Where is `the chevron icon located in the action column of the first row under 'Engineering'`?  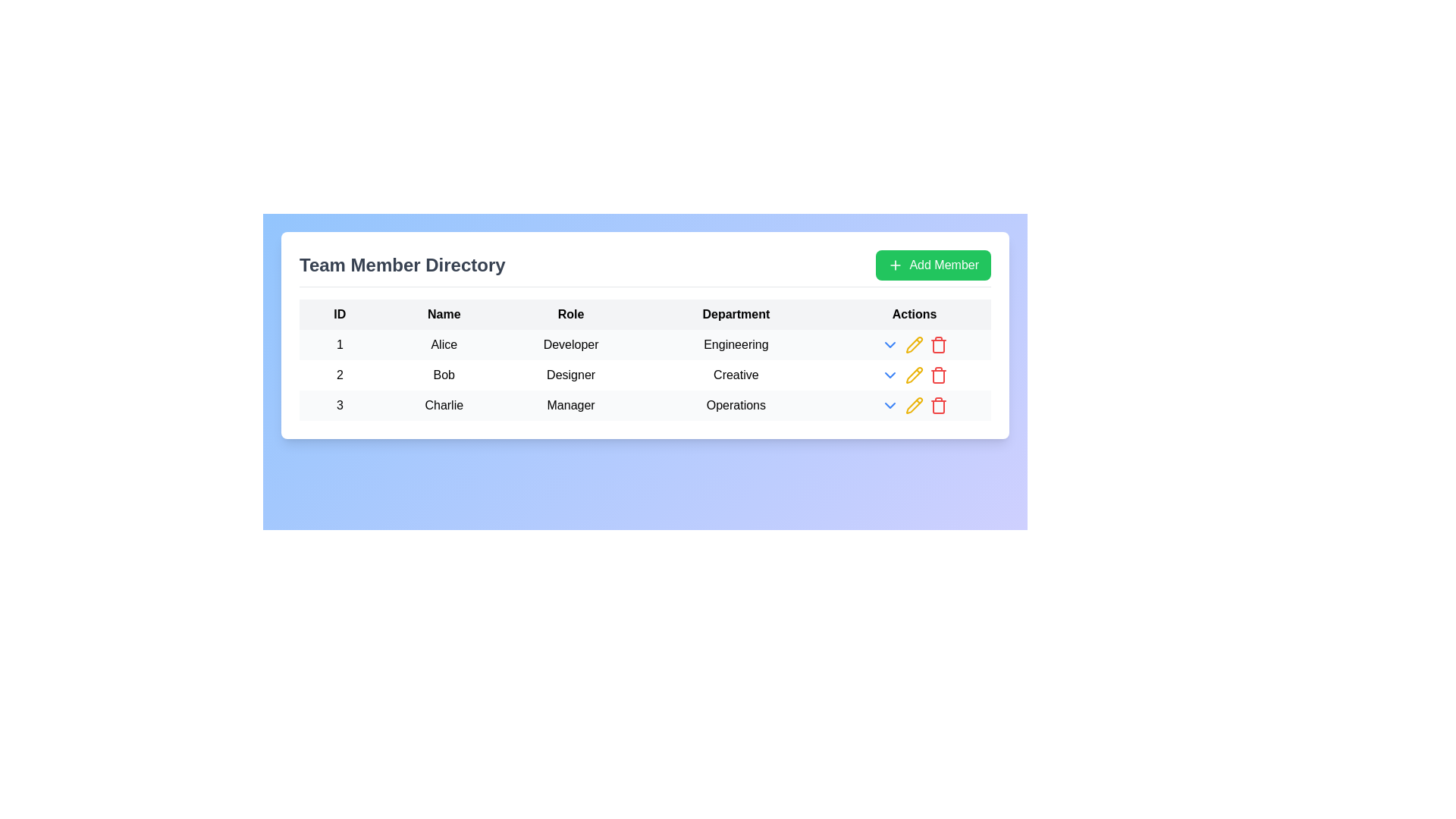
the chevron icon located in the action column of the first row under 'Engineering' is located at coordinates (890, 345).